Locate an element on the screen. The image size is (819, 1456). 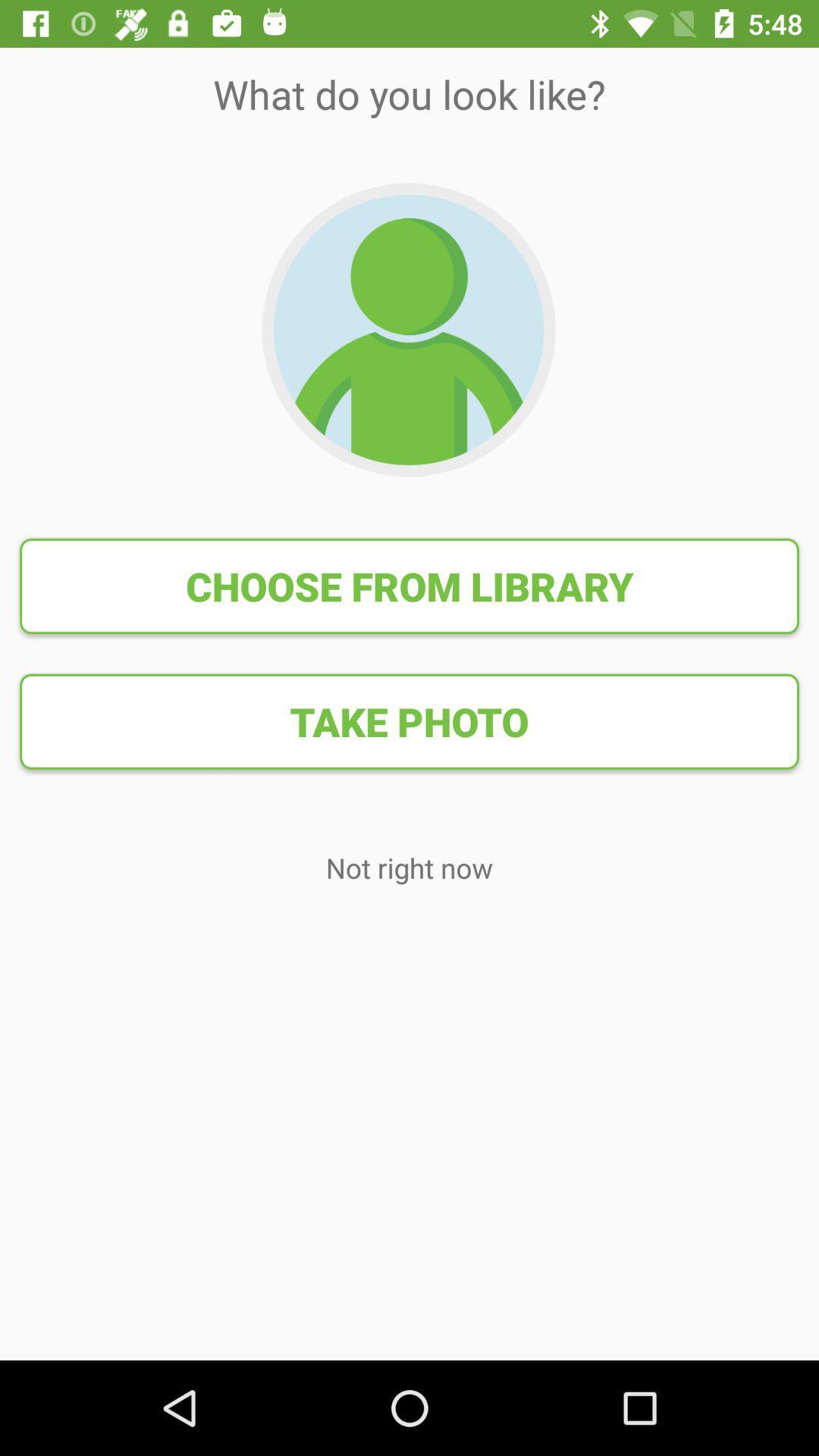
the choose from library is located at coordinates (409, 585).